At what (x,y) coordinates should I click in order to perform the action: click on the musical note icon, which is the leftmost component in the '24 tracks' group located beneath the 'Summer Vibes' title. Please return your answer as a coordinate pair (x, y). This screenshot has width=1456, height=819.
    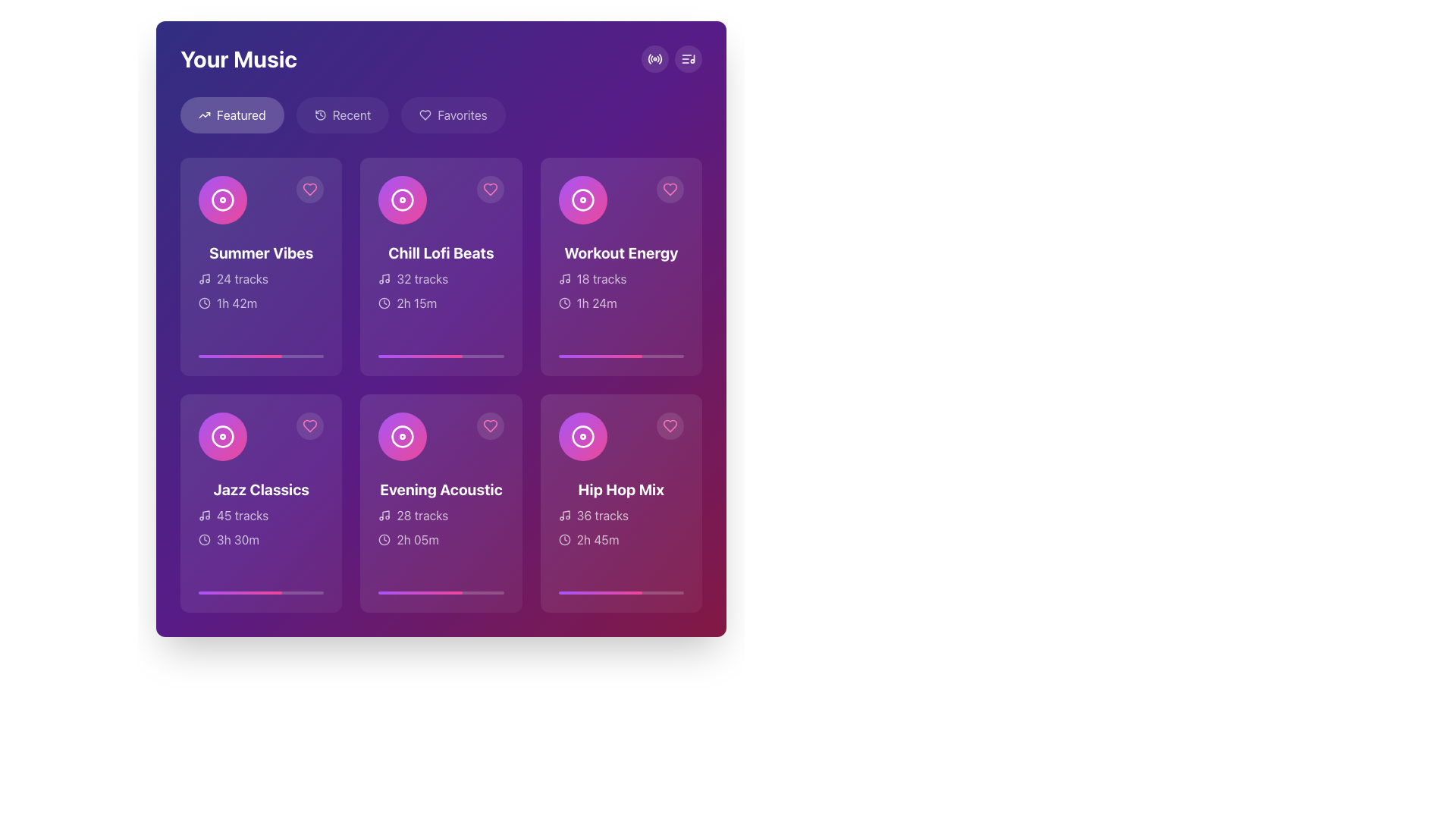
    Looking at the image, I should click on (203, 278).